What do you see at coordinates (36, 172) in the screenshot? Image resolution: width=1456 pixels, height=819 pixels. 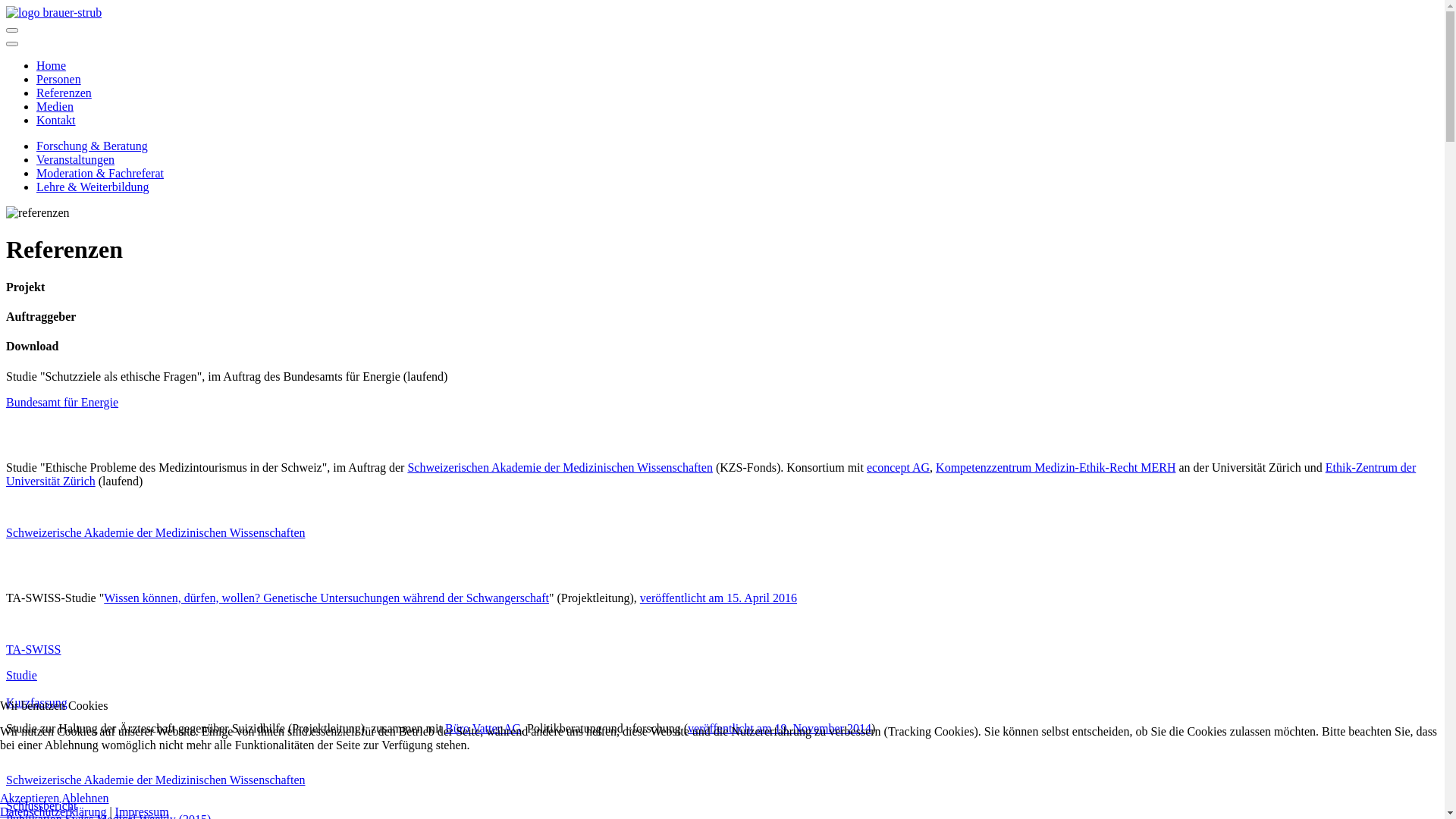 I see `'Moderation & Fachreferat'` at bounding box center [36, 172].